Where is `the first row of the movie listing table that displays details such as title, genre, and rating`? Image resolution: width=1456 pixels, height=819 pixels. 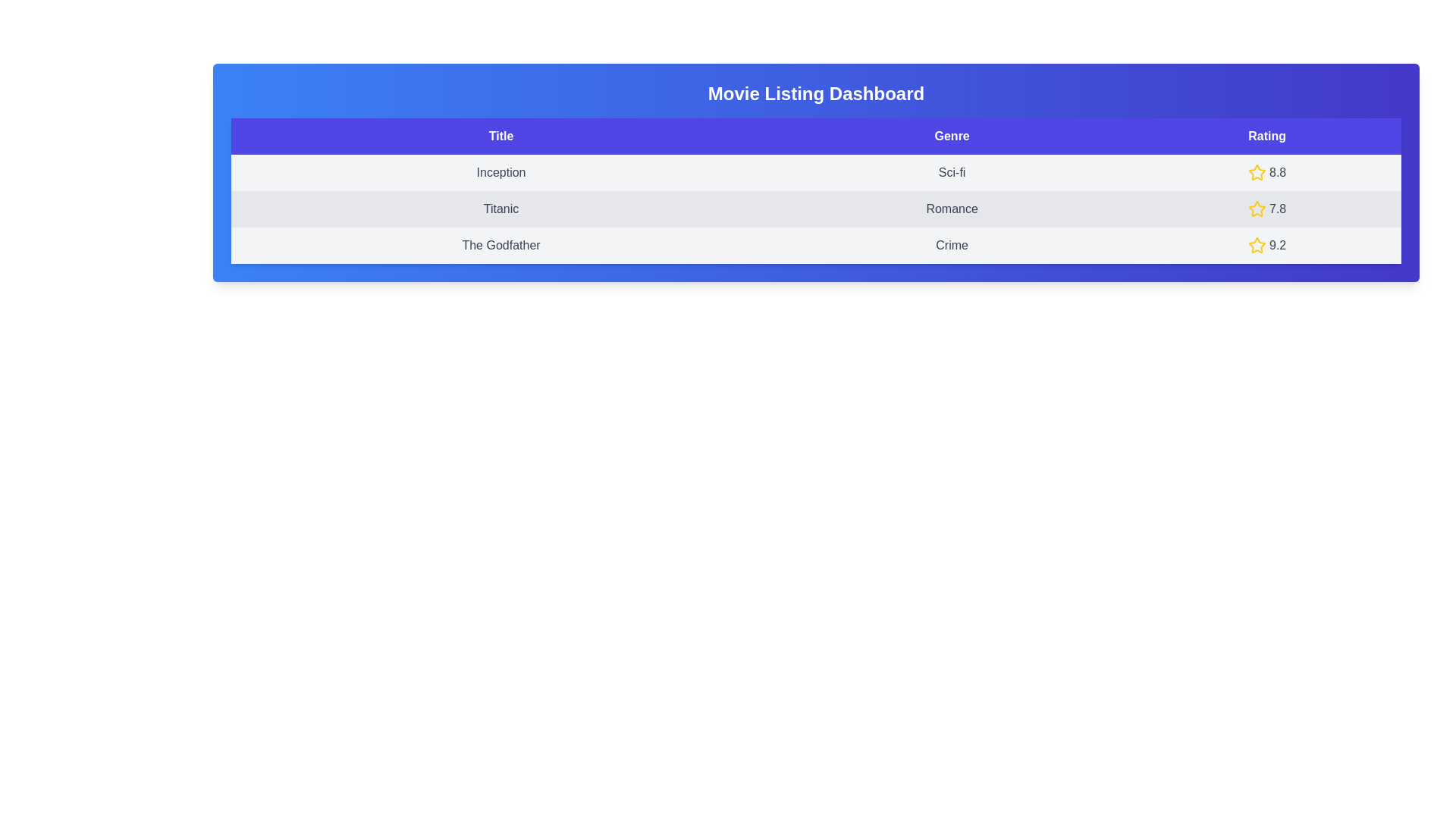 the first row of the movie listing table that displays details such as title, genre, and rating is located at coordinates (815, 171).